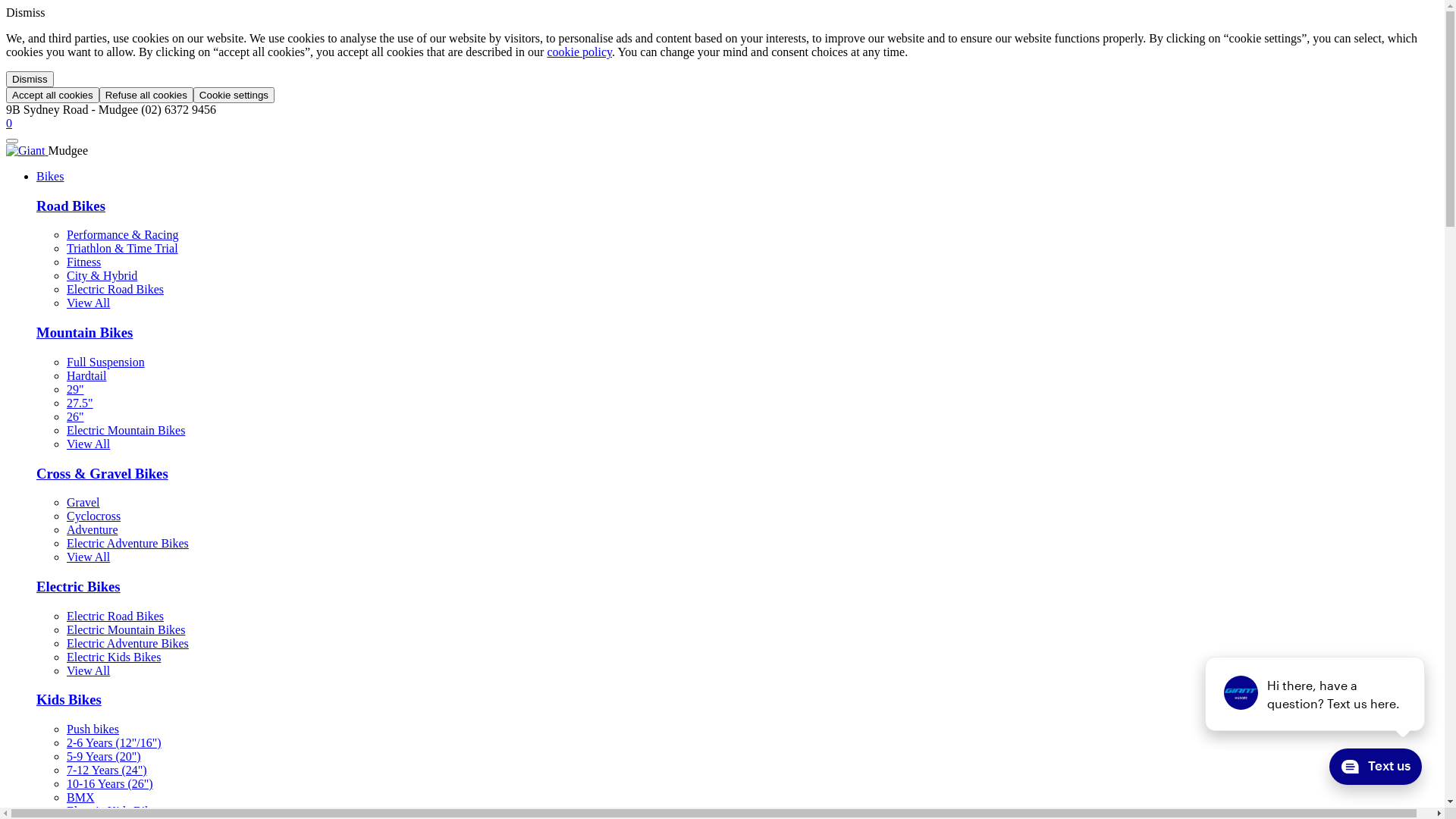 The width and height of the screenshot is (1456, 819). I want to click on '10-16 Years (26")', so click(108, 783).